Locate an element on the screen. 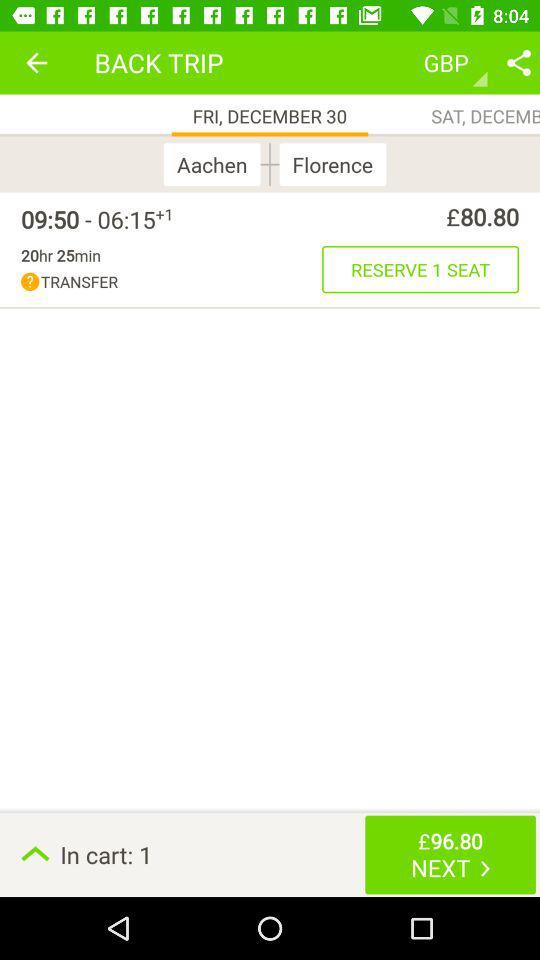 The height and width of the screenshot is (960, 540). icon above the 09 50 06 is located at coordinates (36, 62).